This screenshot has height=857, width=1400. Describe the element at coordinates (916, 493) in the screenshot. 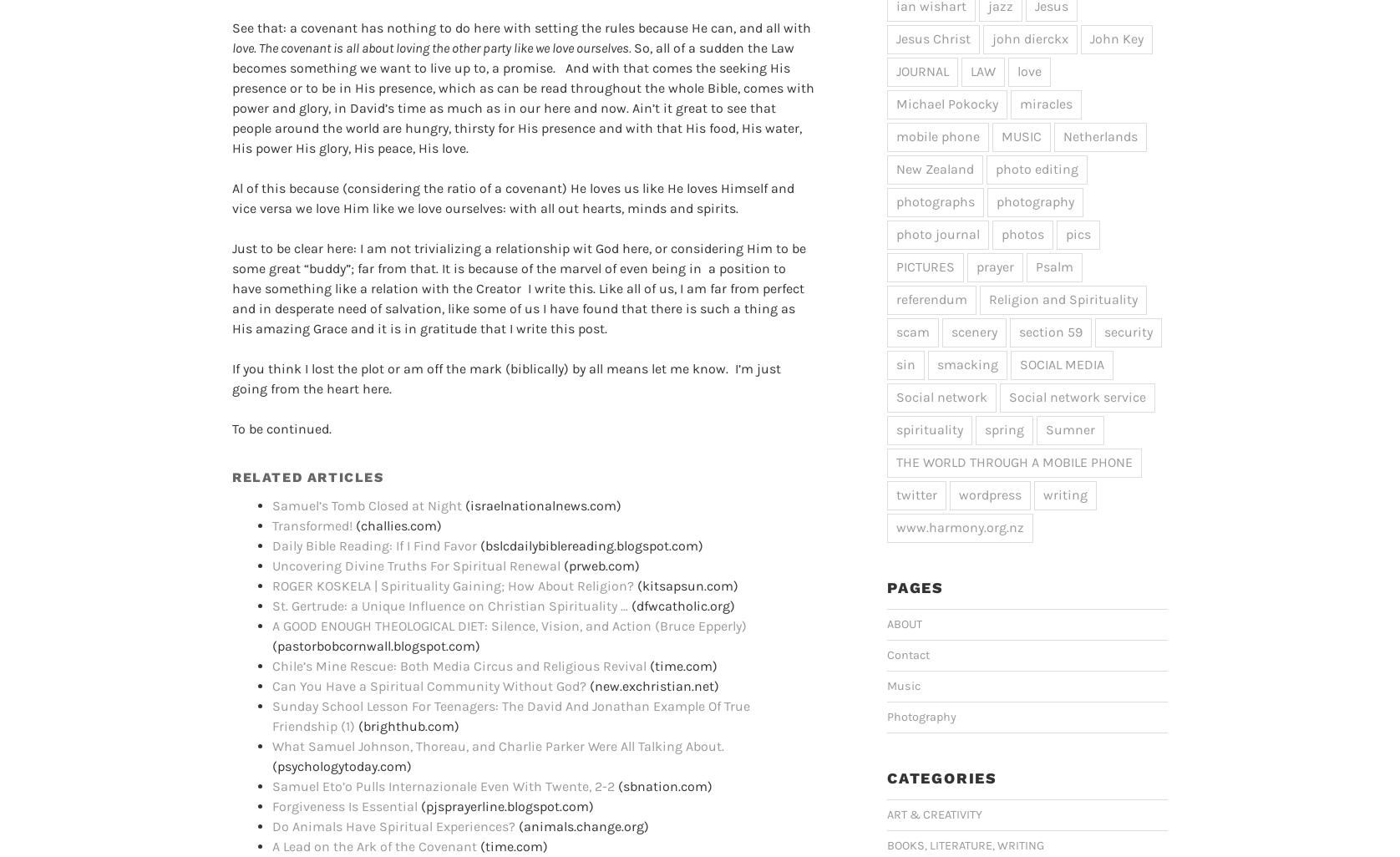

I see `'twitter'` at that location.